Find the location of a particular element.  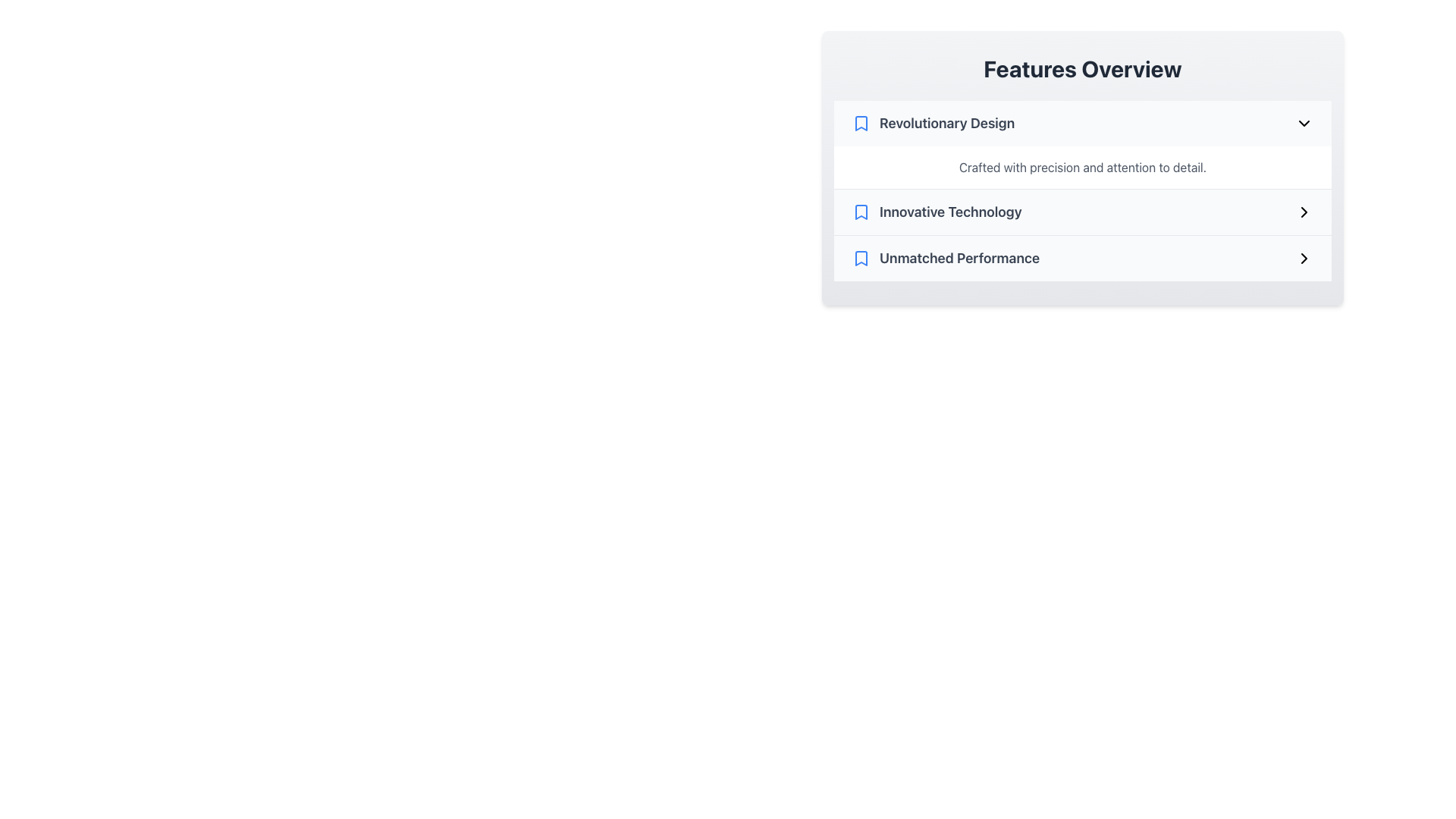

the bookmark icon representing the 'Innovative Technology' entry in the Features Overview list is located at coordinates (861, 212).